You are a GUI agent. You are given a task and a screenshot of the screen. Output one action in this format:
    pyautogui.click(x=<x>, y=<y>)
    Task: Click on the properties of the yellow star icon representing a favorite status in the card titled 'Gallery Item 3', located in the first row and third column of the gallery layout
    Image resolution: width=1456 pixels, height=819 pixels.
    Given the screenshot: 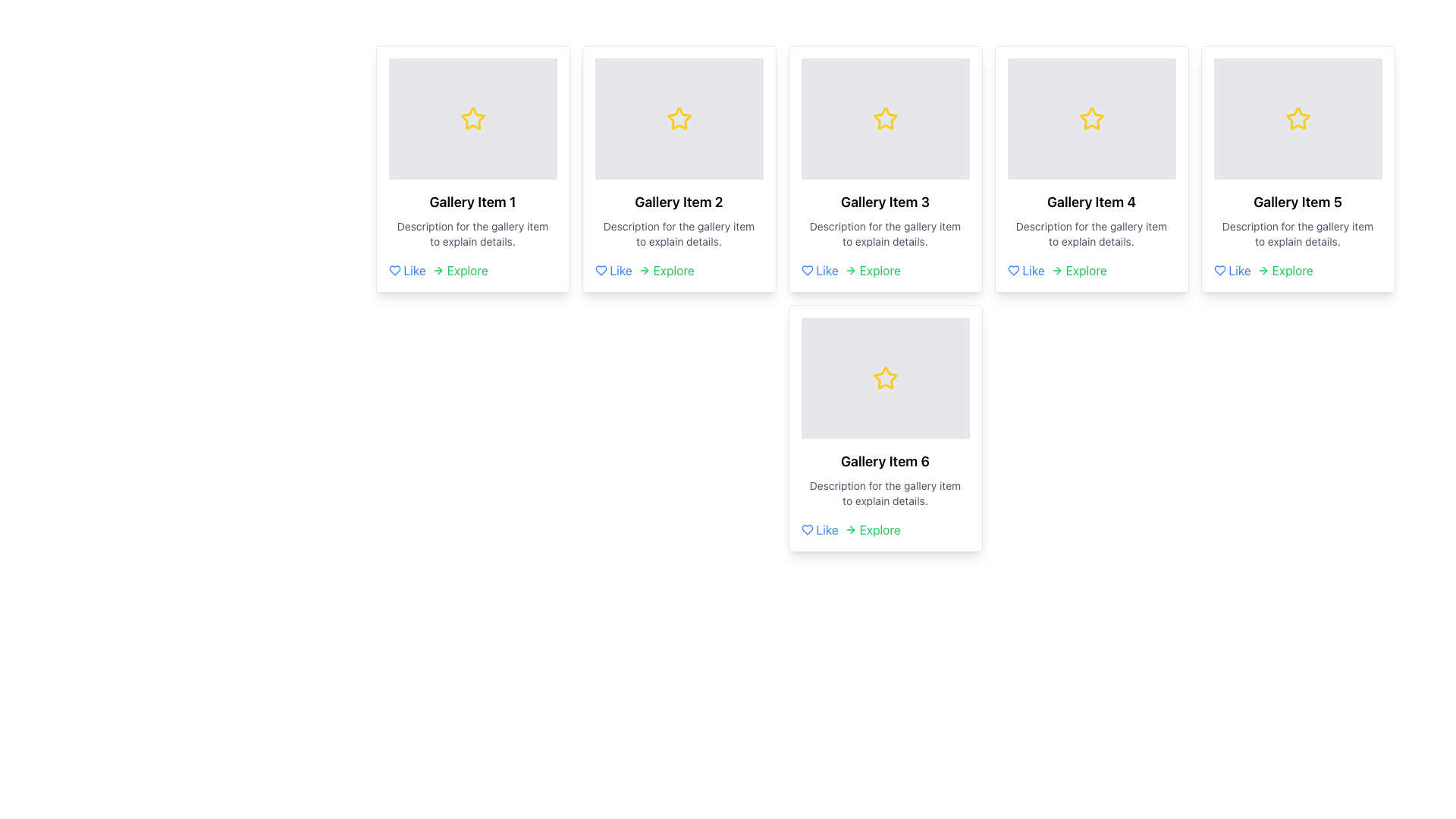 What is the action you would take?
    pyautogui.click(x=885, y=118)
    